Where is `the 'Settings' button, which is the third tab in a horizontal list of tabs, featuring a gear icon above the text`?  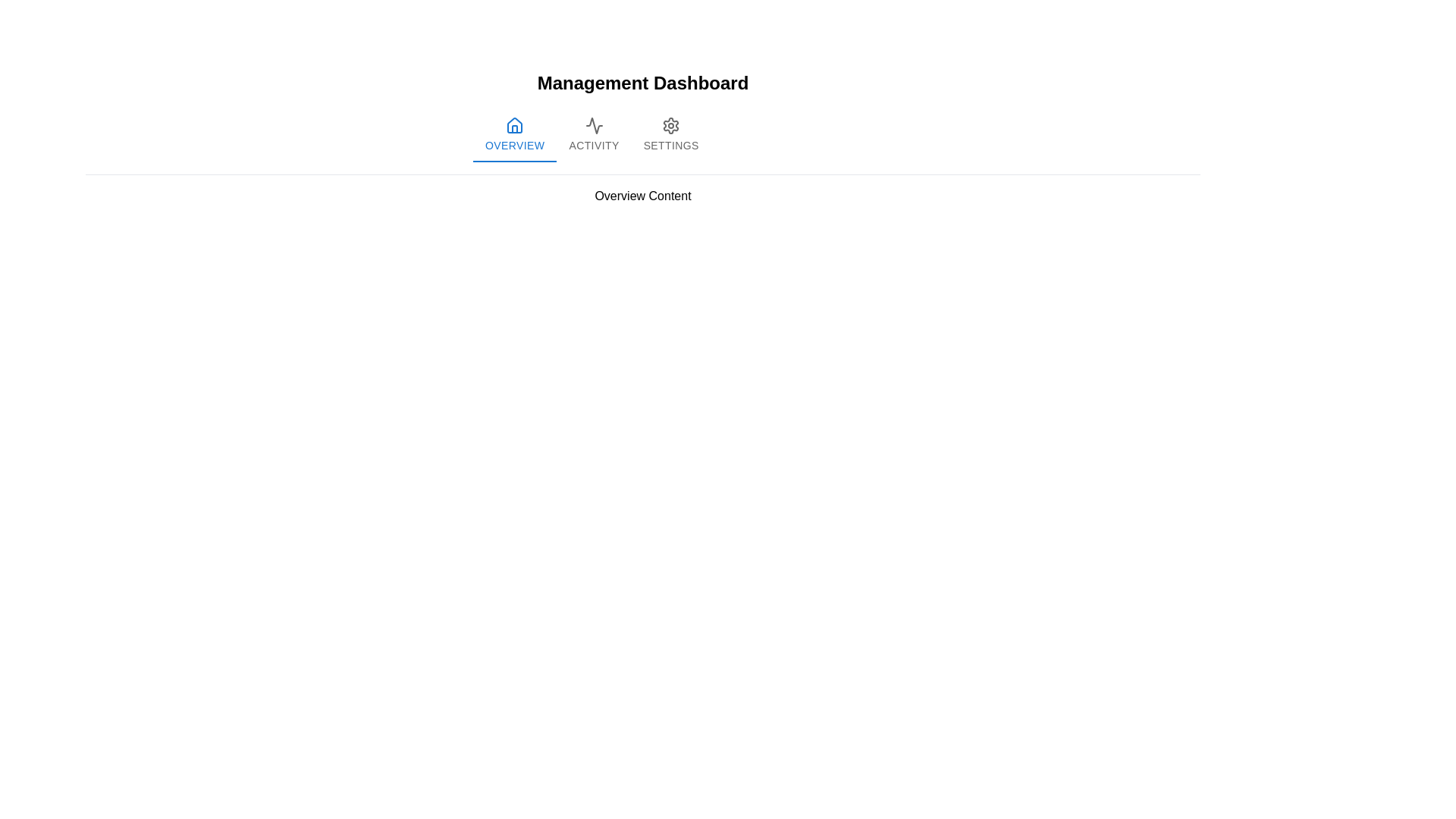
the 'Settings' button, which is the third tab in a horizontal list of tabs, featuring a gear icon above the text is located at coordinates (670, 133).